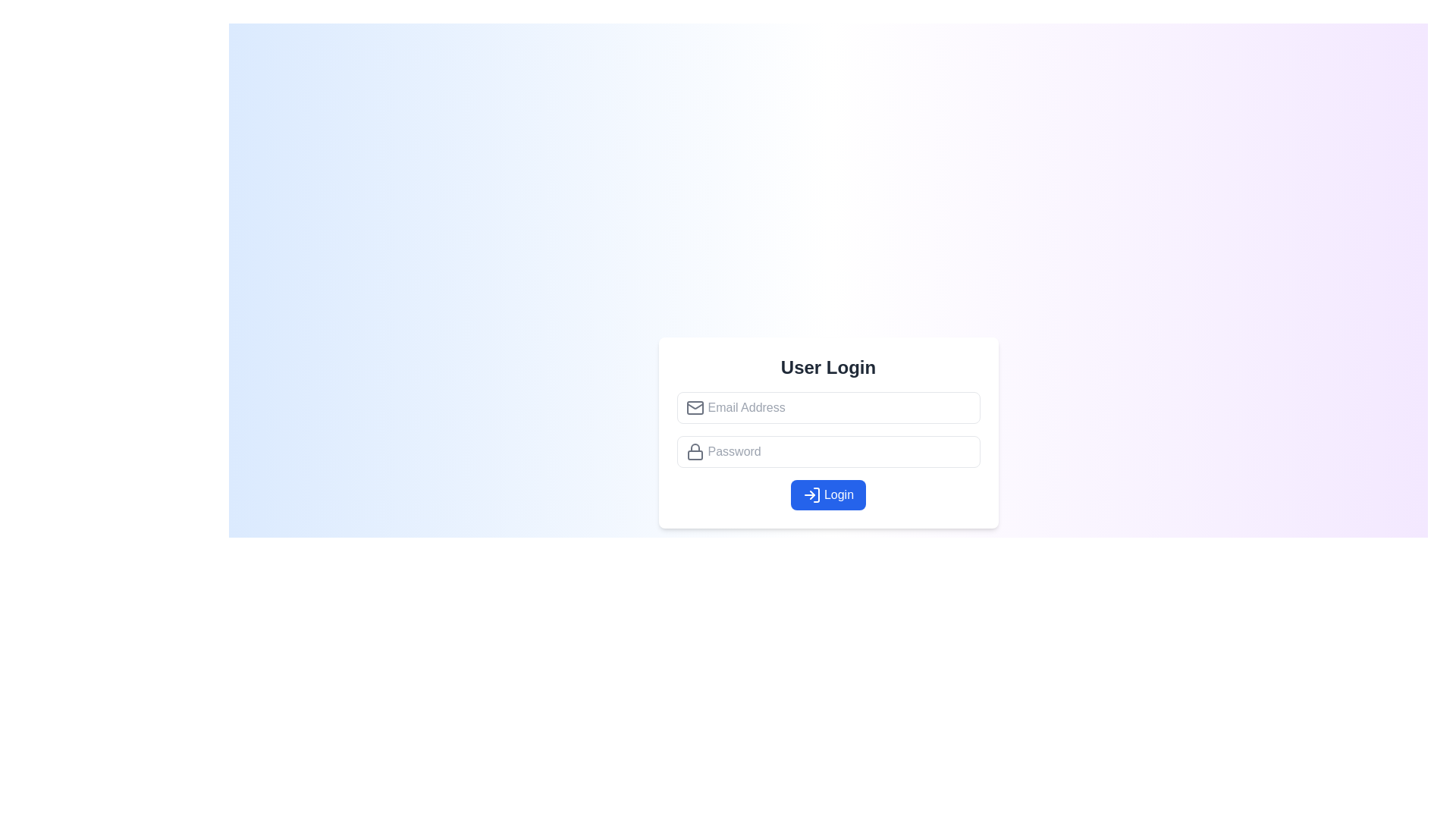 Image resolution: width=1456 pixels, height=819 pixels. I want to click on the bottom triangle line of the envelope icon within the SVG, located above the 'Email Address' text entry, so click(694, 406).